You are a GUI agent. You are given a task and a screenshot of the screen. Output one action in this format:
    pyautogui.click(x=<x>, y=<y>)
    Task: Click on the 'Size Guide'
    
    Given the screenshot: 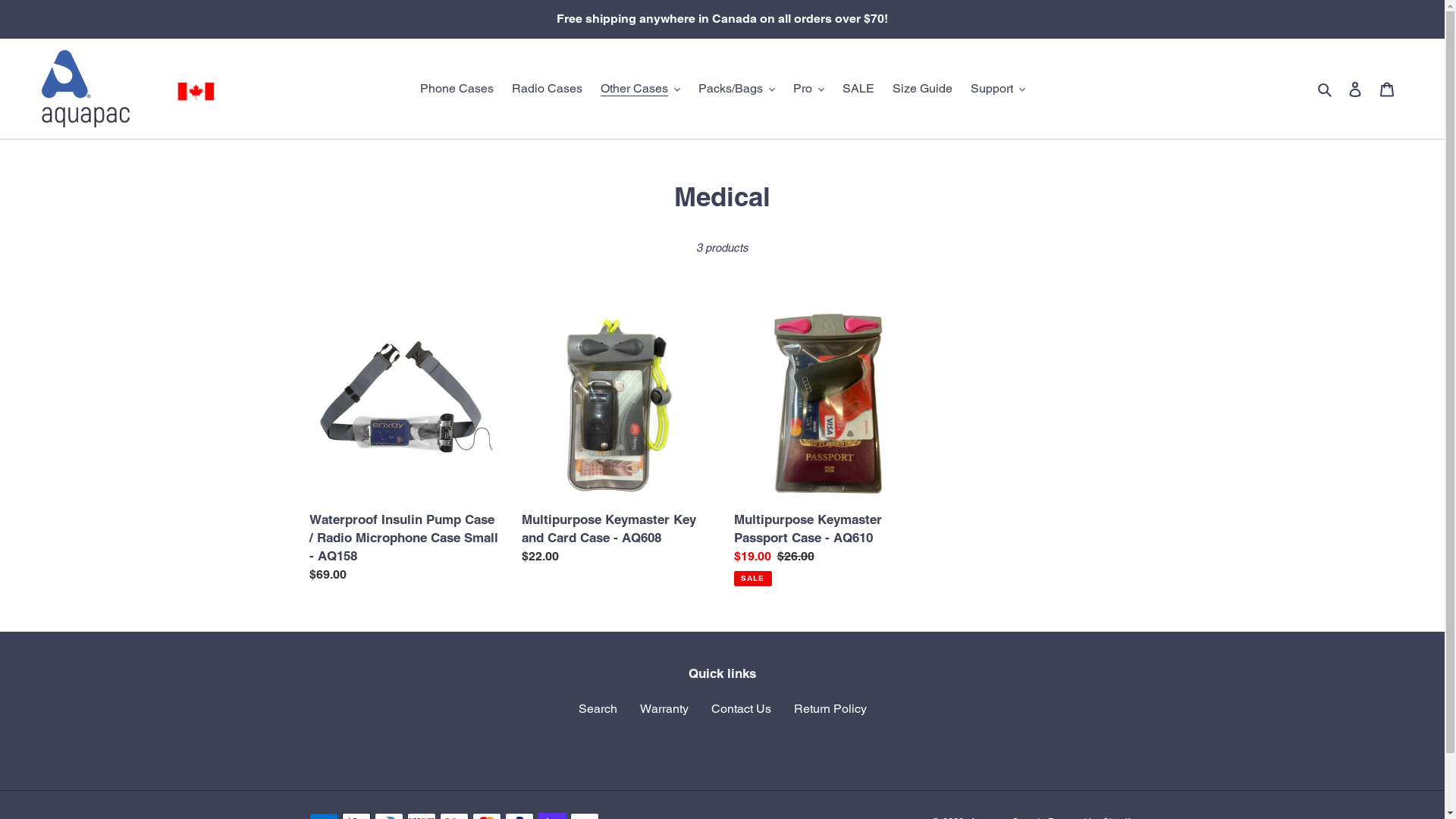 What is the action you would take?
    pyautogui.click(x=884, y=88)
    